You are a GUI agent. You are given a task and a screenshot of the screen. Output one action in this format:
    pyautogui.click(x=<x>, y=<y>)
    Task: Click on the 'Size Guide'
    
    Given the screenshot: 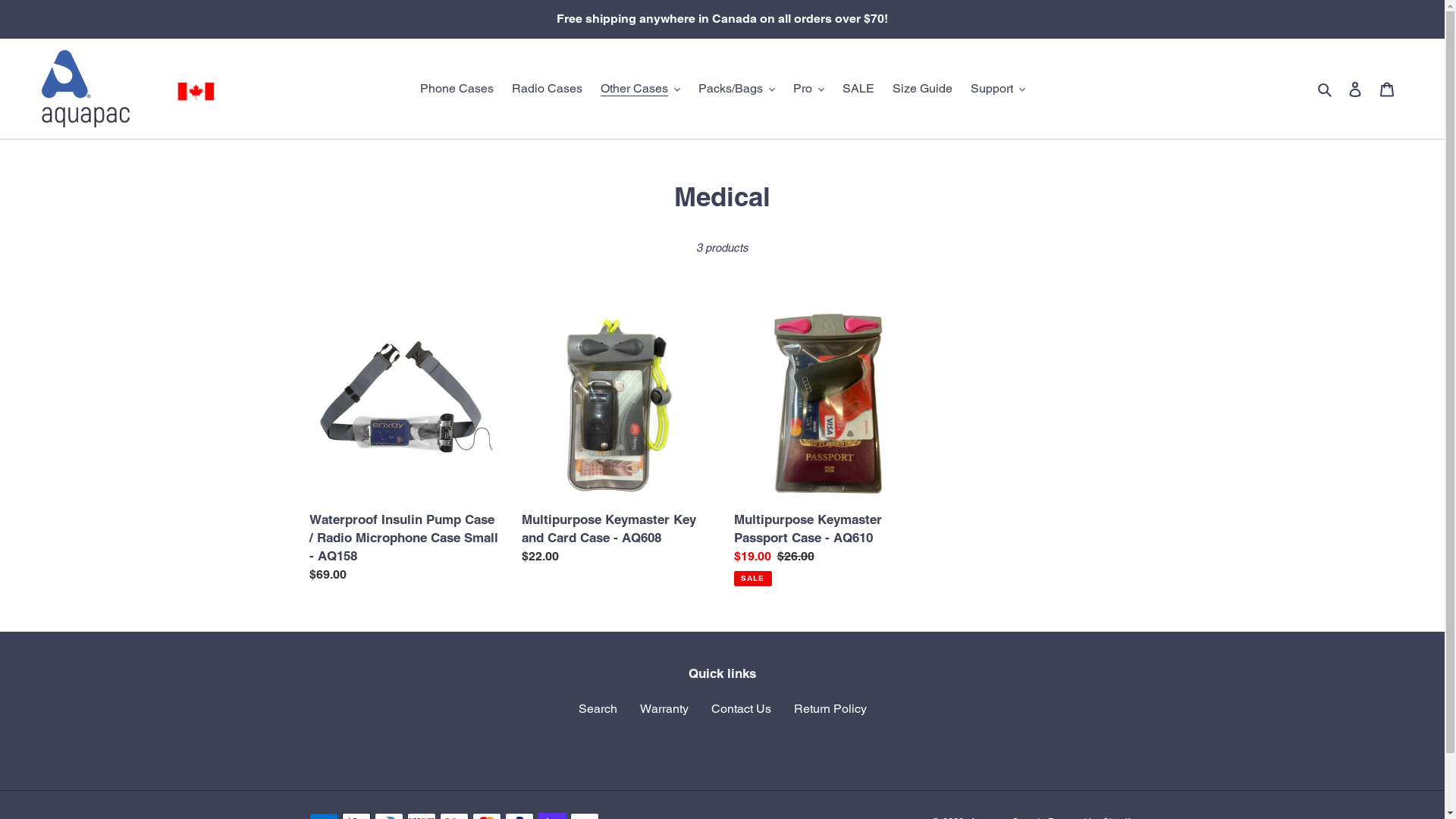 What is the action you would take?
    pyautogui.click(x=884, y=88)
    